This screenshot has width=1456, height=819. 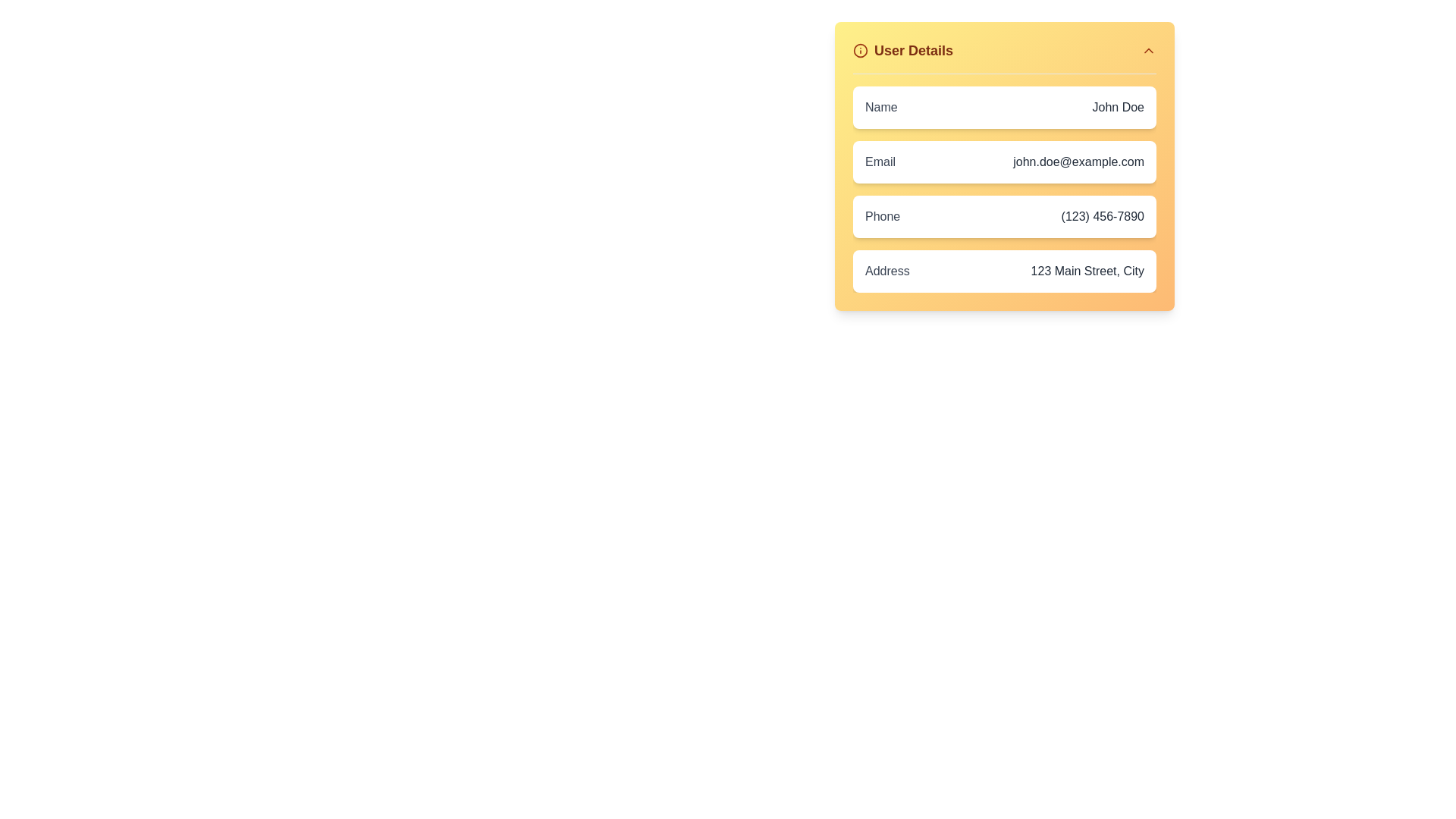 What do you see at coordinates (1004, 162) in the screenshot?
I see `the static informational display section that shows the email 'john.doe@example.com' with a light background and rounded corners` at bounding box center [1004, 162].